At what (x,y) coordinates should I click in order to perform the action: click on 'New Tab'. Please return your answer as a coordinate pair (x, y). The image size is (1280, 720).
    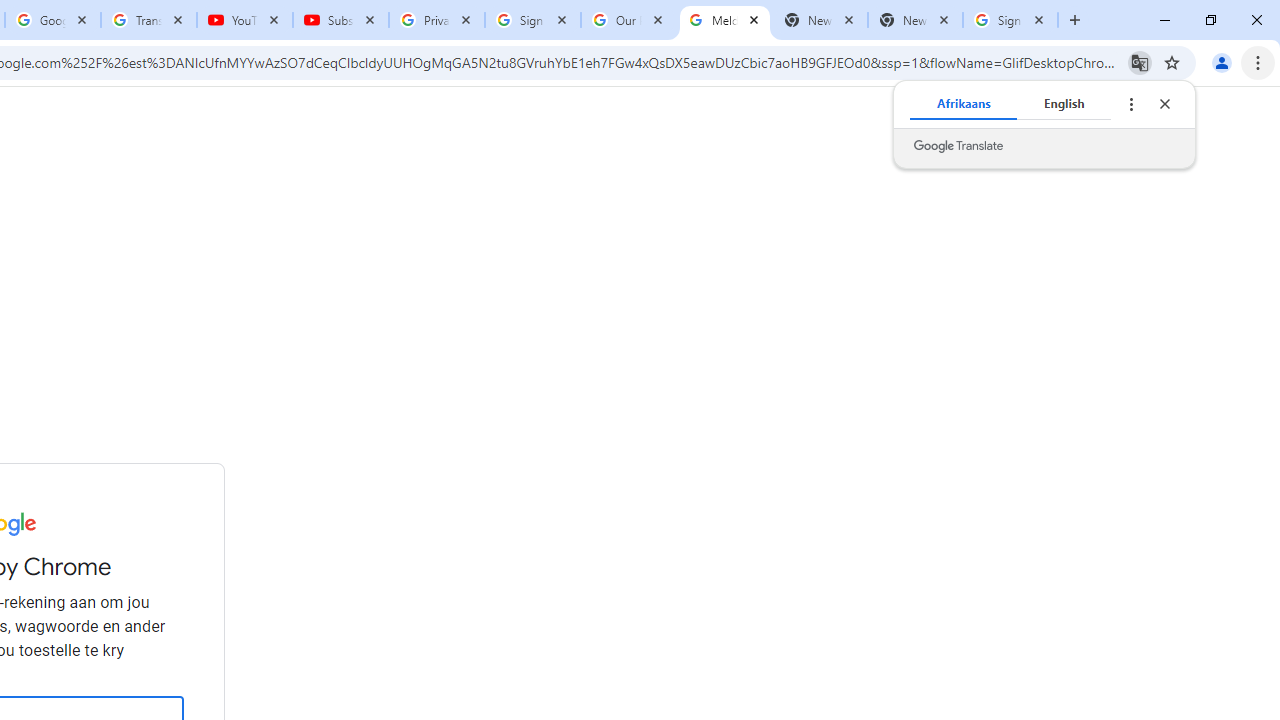
    Looking at the image, I should click on (914, 20).